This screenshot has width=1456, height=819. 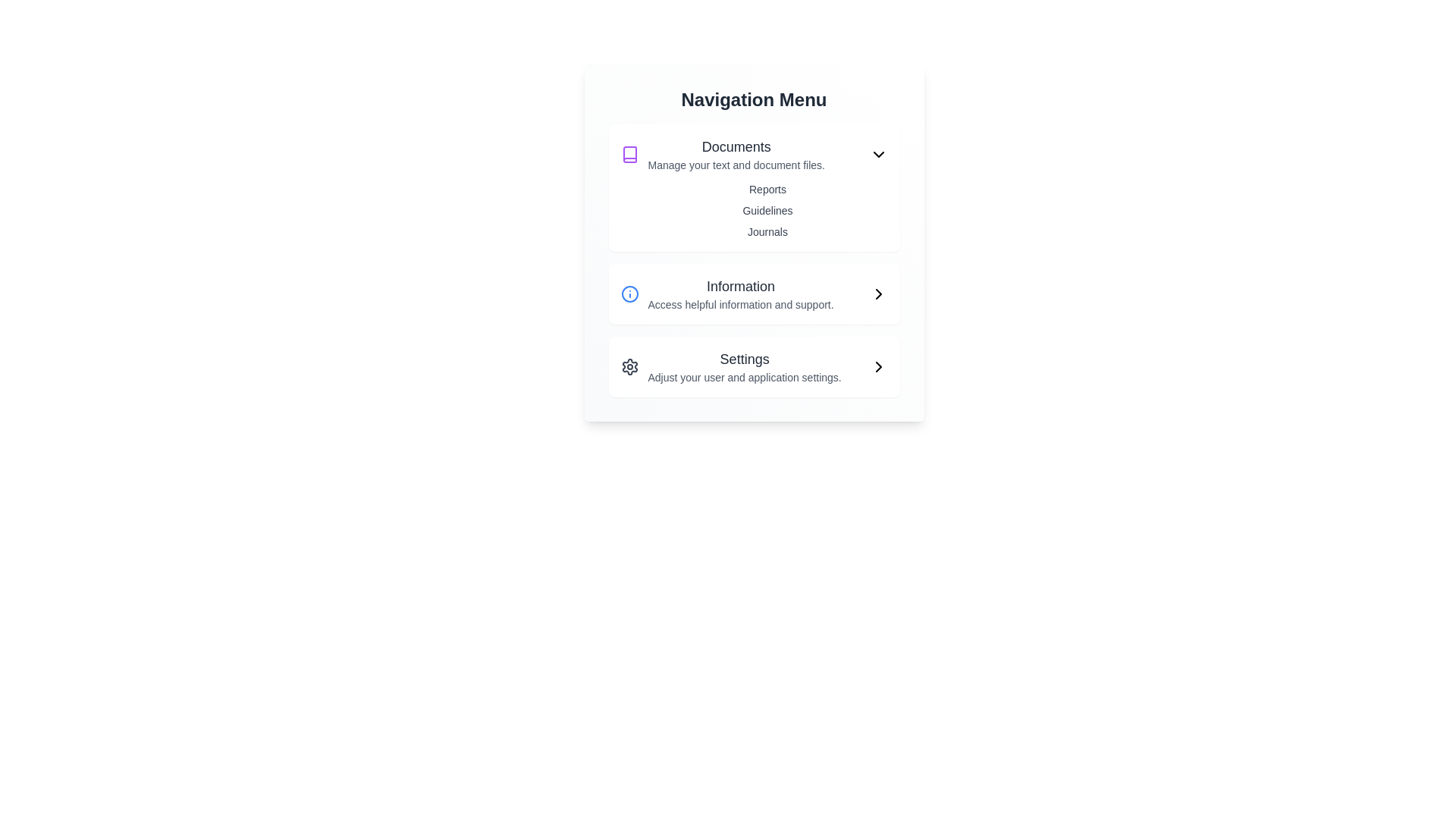 I want to click on the textual UI element that states 'Adjust your user and application settings.' located in the 'Settings' section of the navigation menu, so click(x=745, y=376).